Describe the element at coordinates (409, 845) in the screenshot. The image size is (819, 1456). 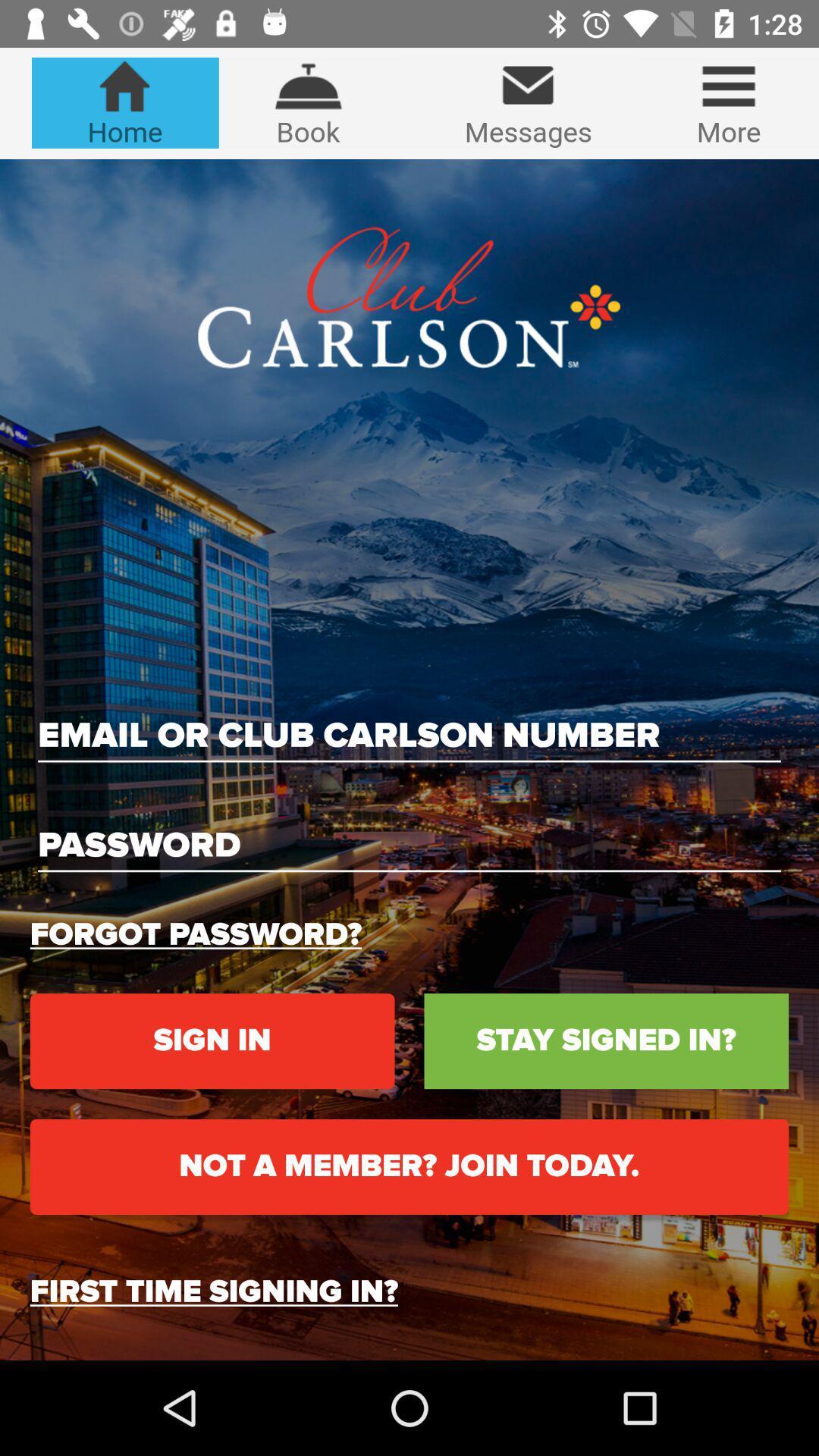
I see `for password` at that location.